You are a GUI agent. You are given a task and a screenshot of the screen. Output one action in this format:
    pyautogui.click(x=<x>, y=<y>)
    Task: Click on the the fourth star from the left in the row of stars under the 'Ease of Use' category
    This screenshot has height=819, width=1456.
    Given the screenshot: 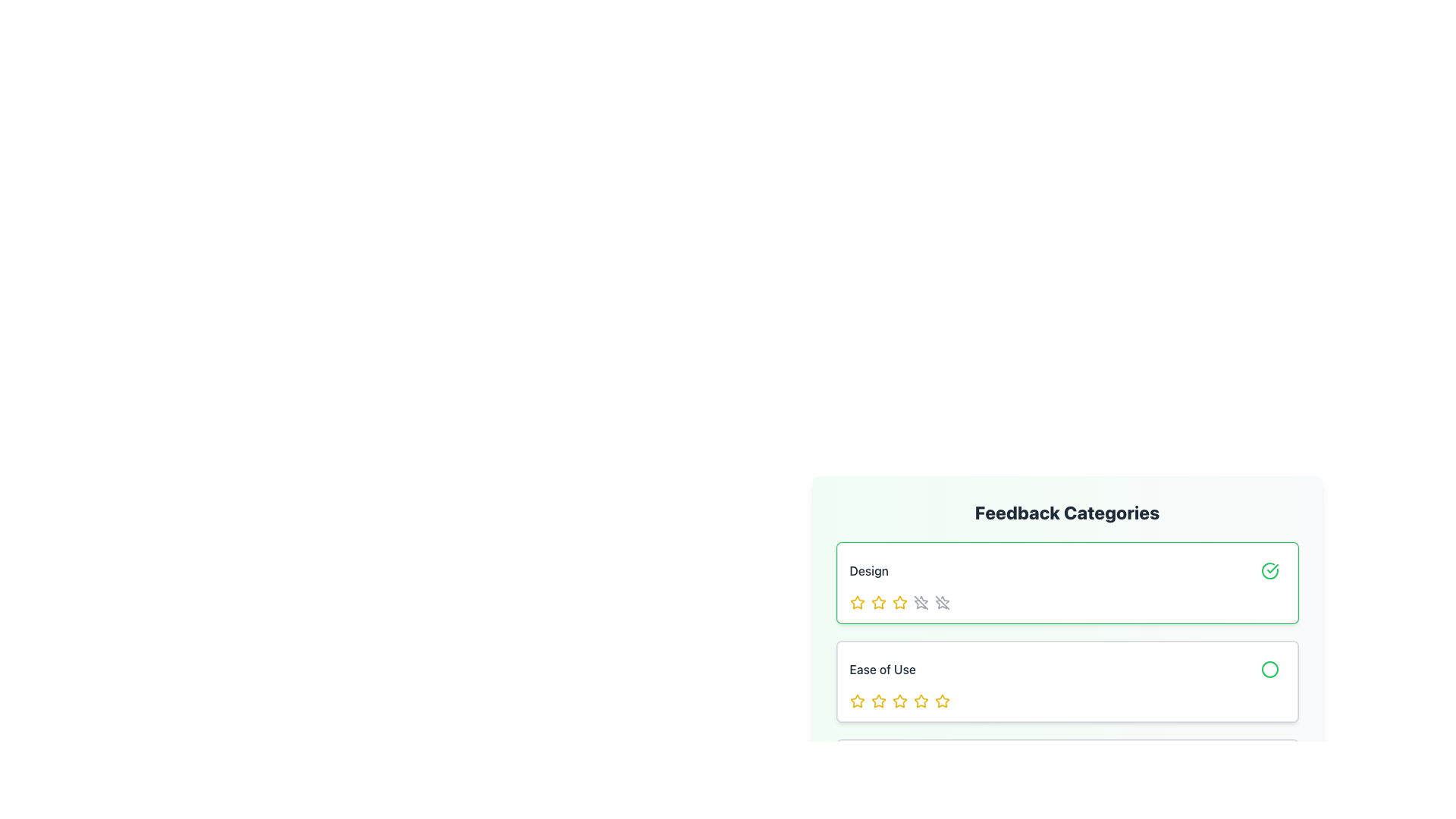 What is the action you would take?
    pyautogui.click(x=920, y=701)
    